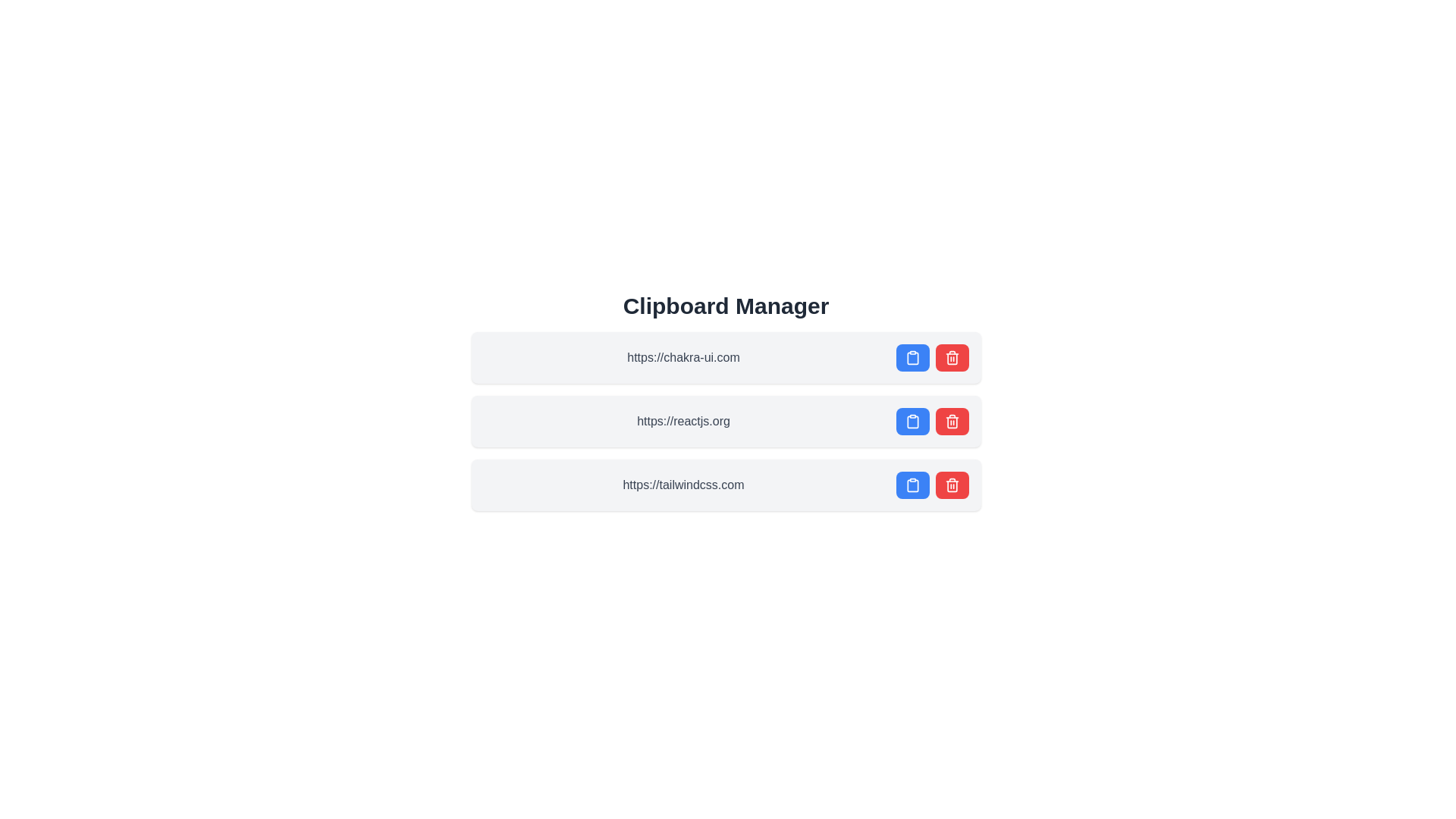 Image resolution: width=1456 pixels, height=819 pixels. I want to click on the first blue button that functions as a copy button for the URL 'https://chakra-ui.com', located in the topmost entry of a vertically-stacked list of entries, so click(912, 357).